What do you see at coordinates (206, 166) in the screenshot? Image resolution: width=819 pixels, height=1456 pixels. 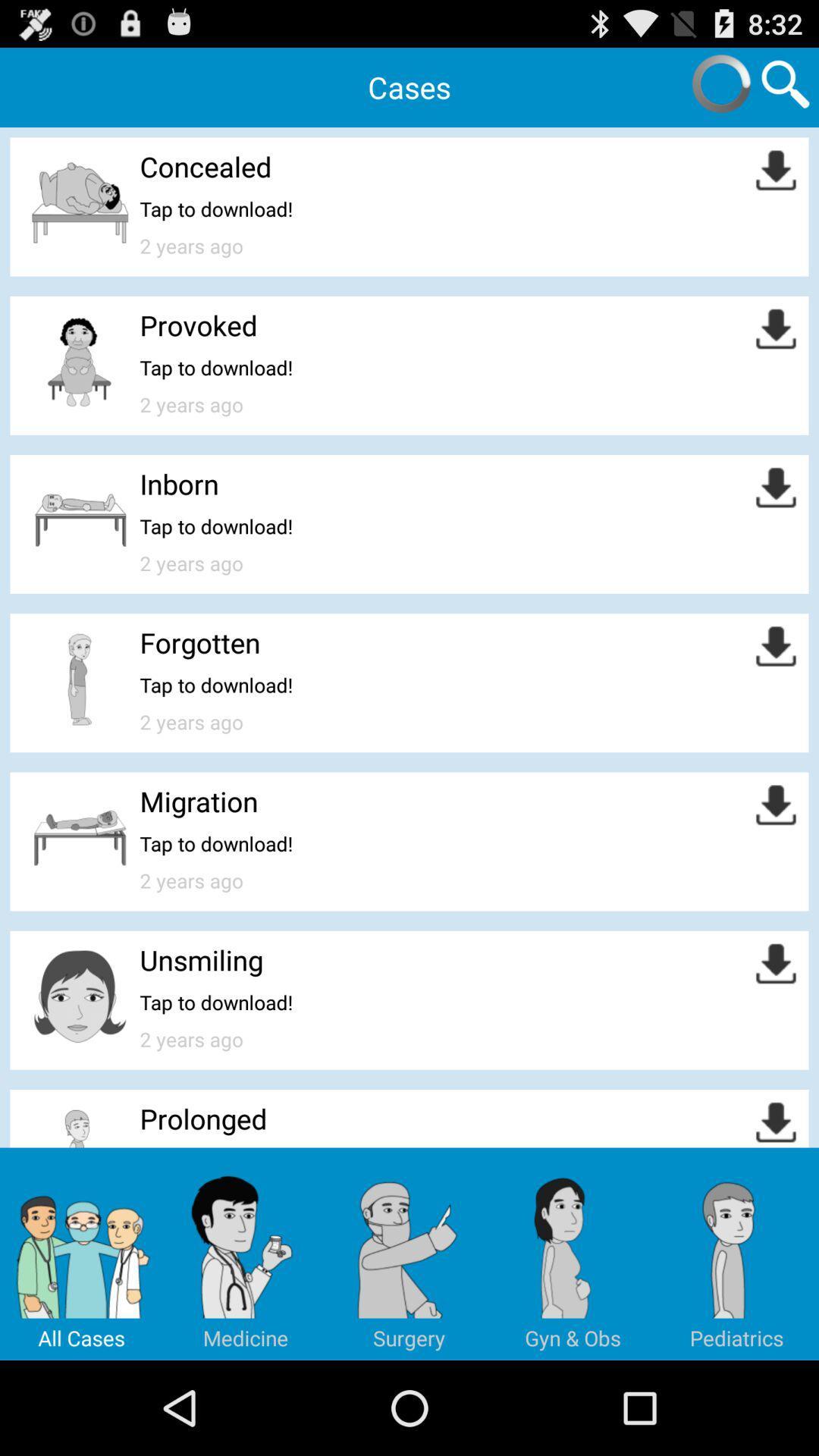 I see `icon above tap to download!` at bounding box center [206, 166].